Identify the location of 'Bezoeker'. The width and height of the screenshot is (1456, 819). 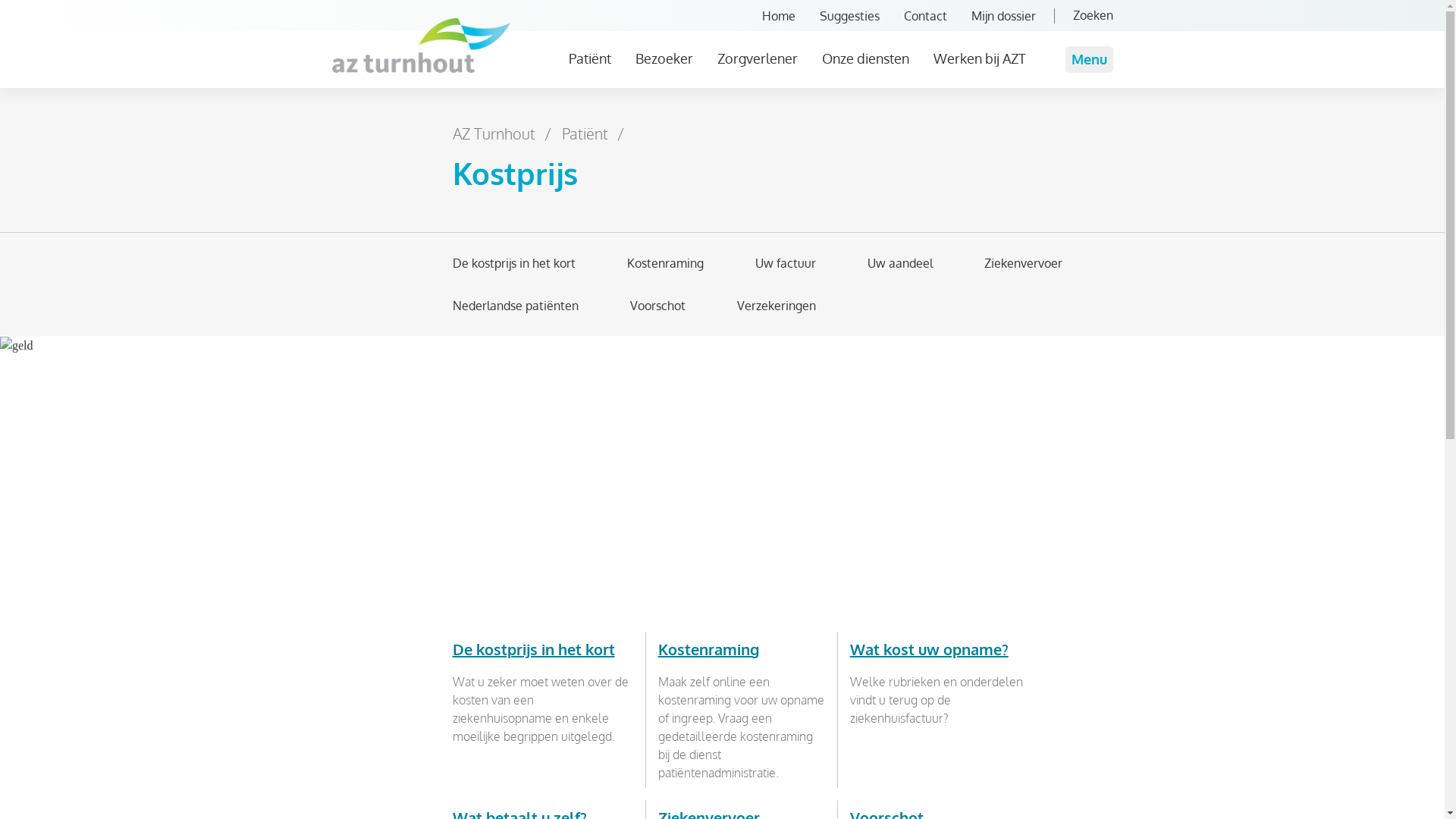
(664, 58).